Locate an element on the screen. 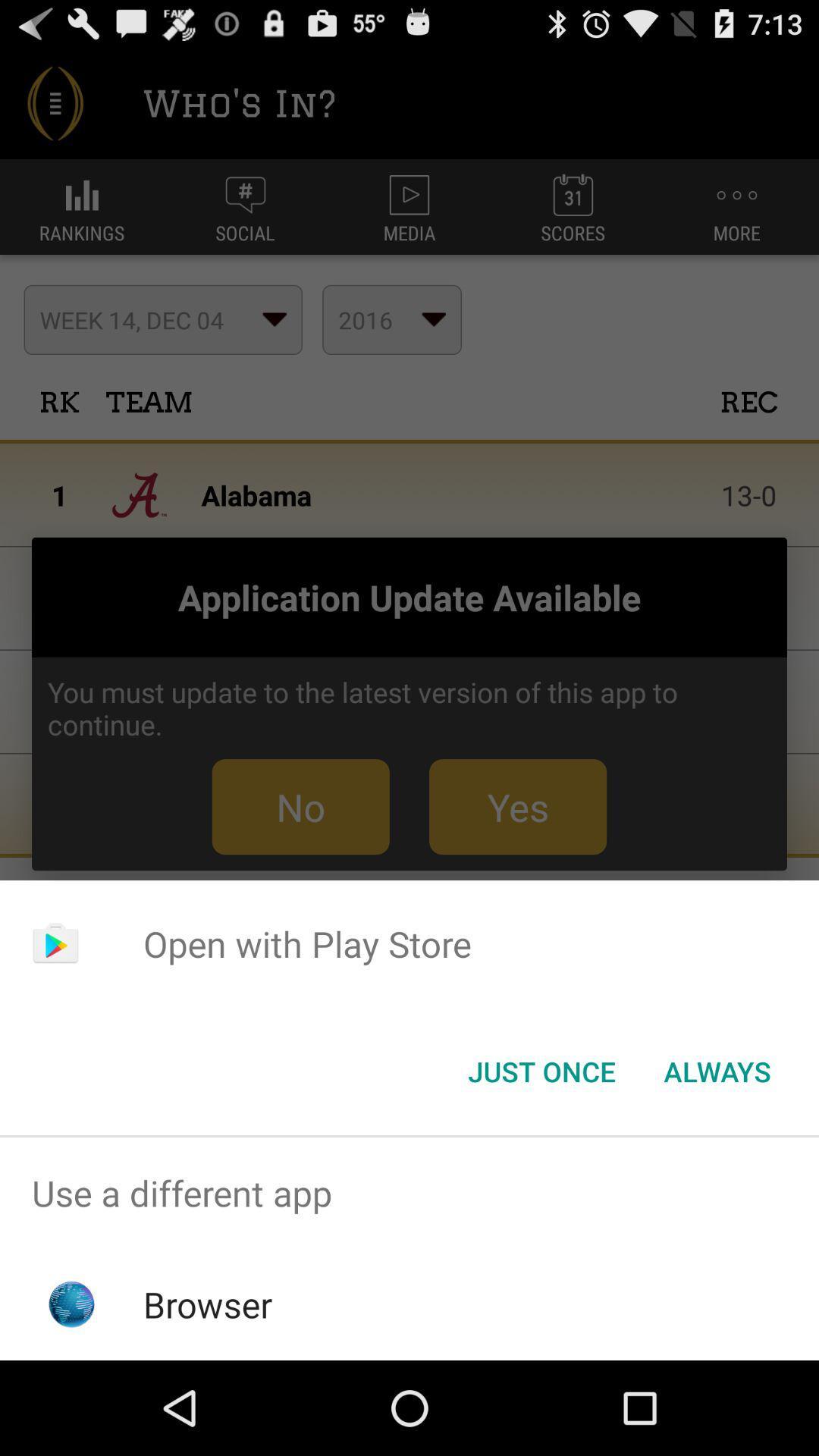 This screenshot has width=819, height=1456. button next to the always item is located at coordinates (541, 1070).